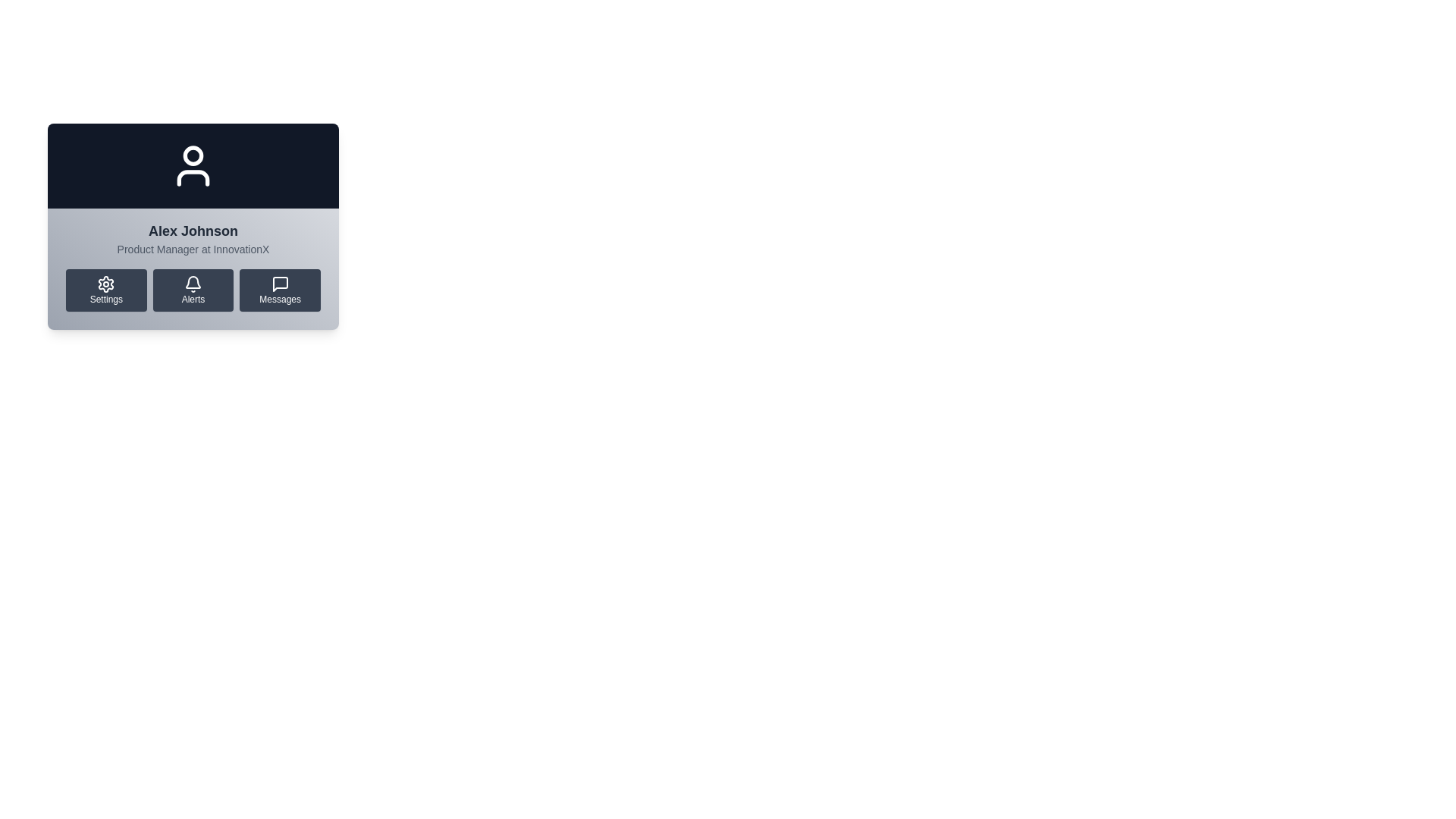  Describe the element at coordinates (280, 284) in the screenshot. I see `the decorative speech bubble icon embedded within the 'Messages' button located at the bottom of the interface card` at that location.